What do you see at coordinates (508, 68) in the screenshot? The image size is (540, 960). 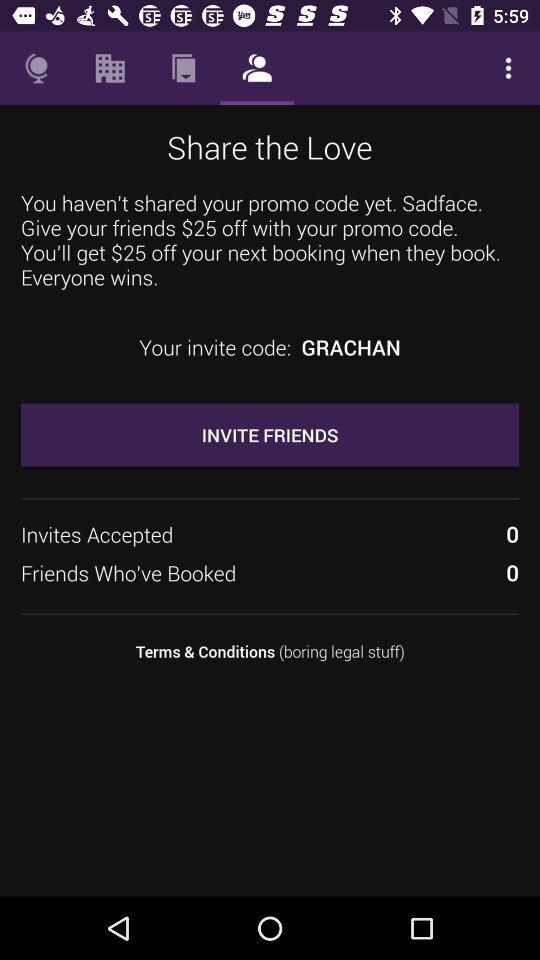 I see `item at the top right corner` at bounding box center [508, 68].